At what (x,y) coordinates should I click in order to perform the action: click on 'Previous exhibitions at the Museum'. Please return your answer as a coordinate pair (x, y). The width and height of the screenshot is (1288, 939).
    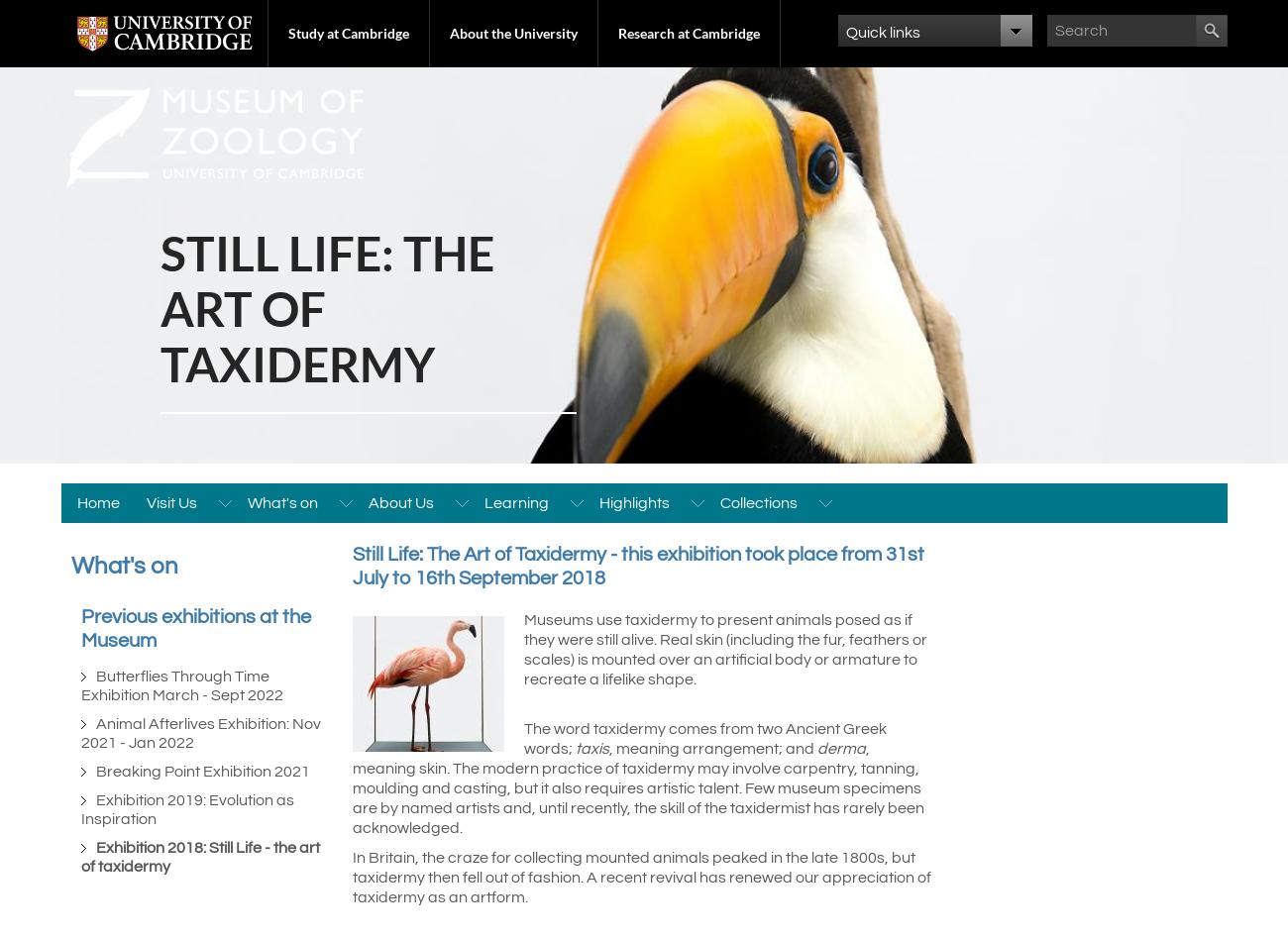
    Looking at the image, I should click on (194, 627).